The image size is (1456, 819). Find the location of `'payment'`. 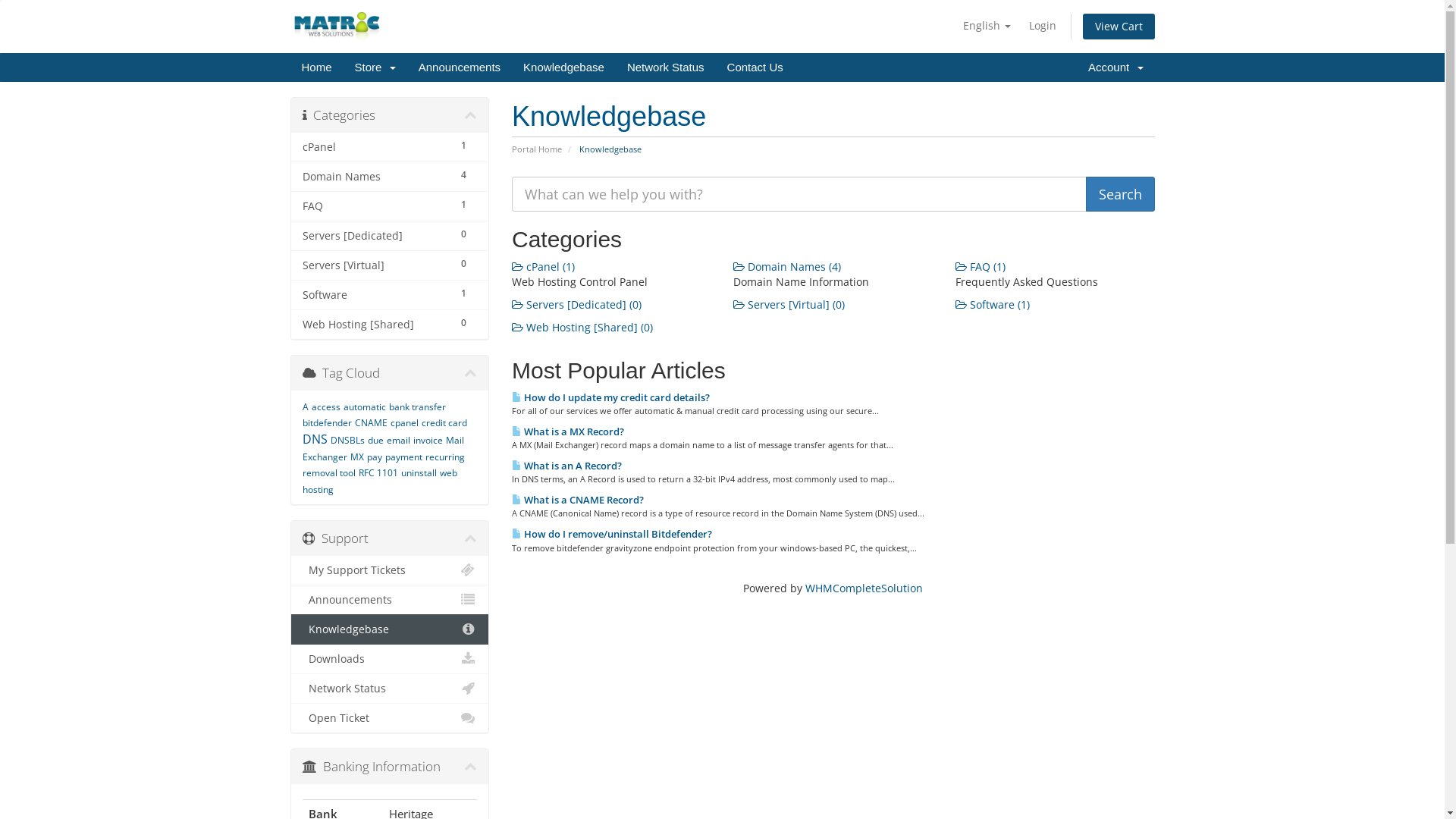

'payment' is located at coordinates (385, 456).